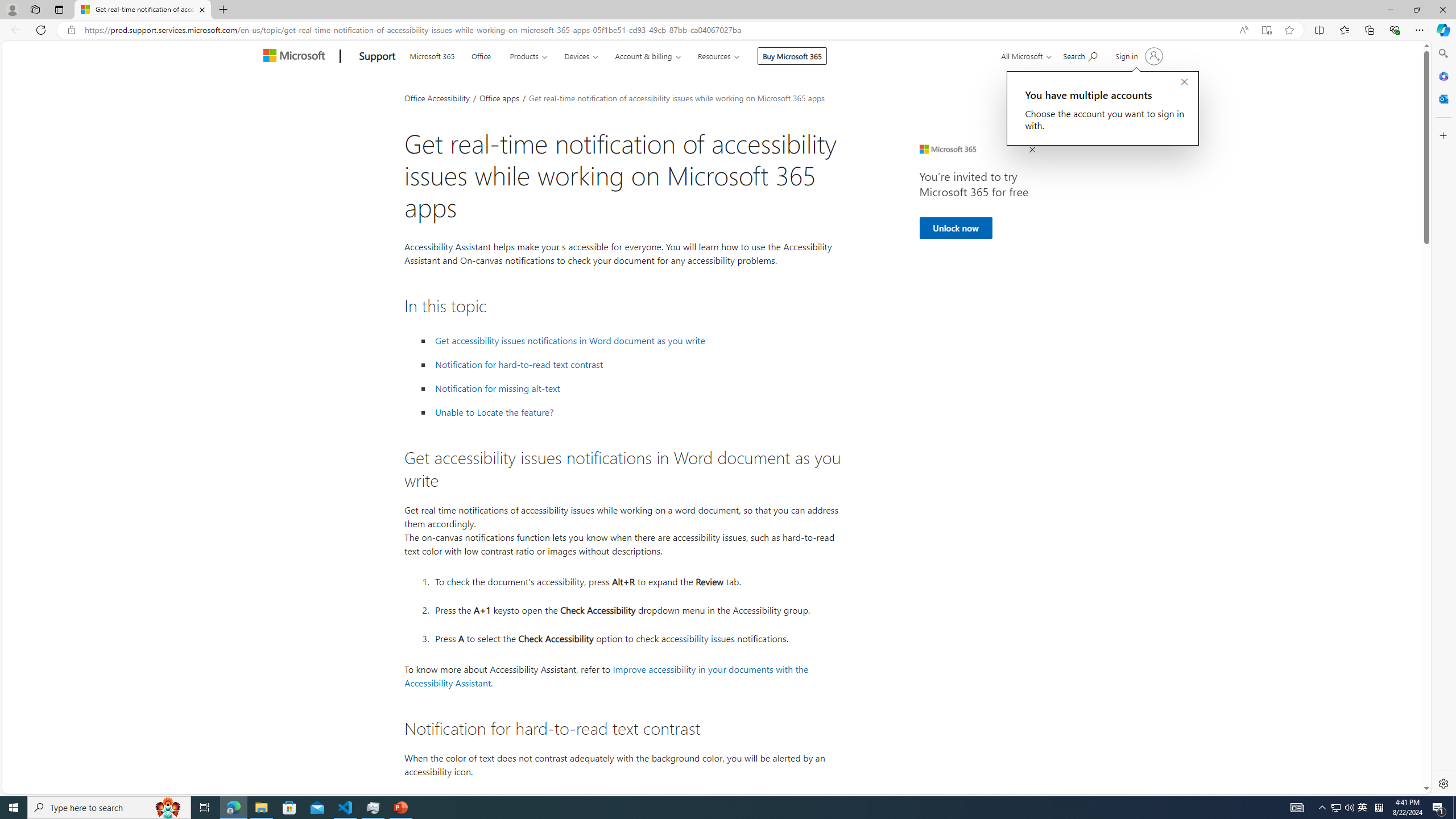 The width and height of the screenshot is (1456, 819). Describe the element at coordinates (295, 56) in the screenshot. I see `'Microsoft'` at that location.